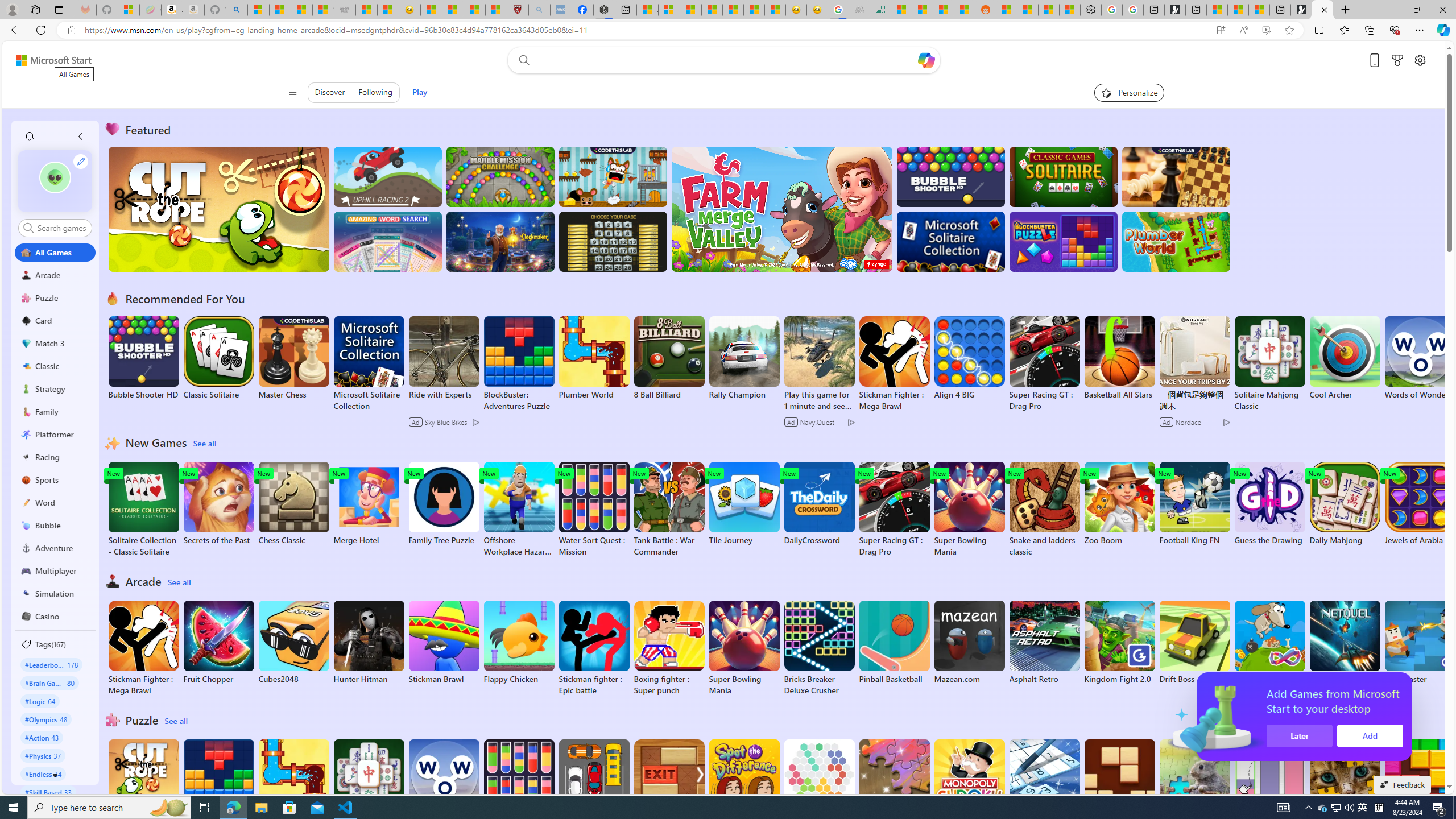 This screenshot has height=819, width=1456. What do you see at coordinates (500, 241) in the screenshot?
I see `'Clockmaker'` at bounding box center [500, 241].